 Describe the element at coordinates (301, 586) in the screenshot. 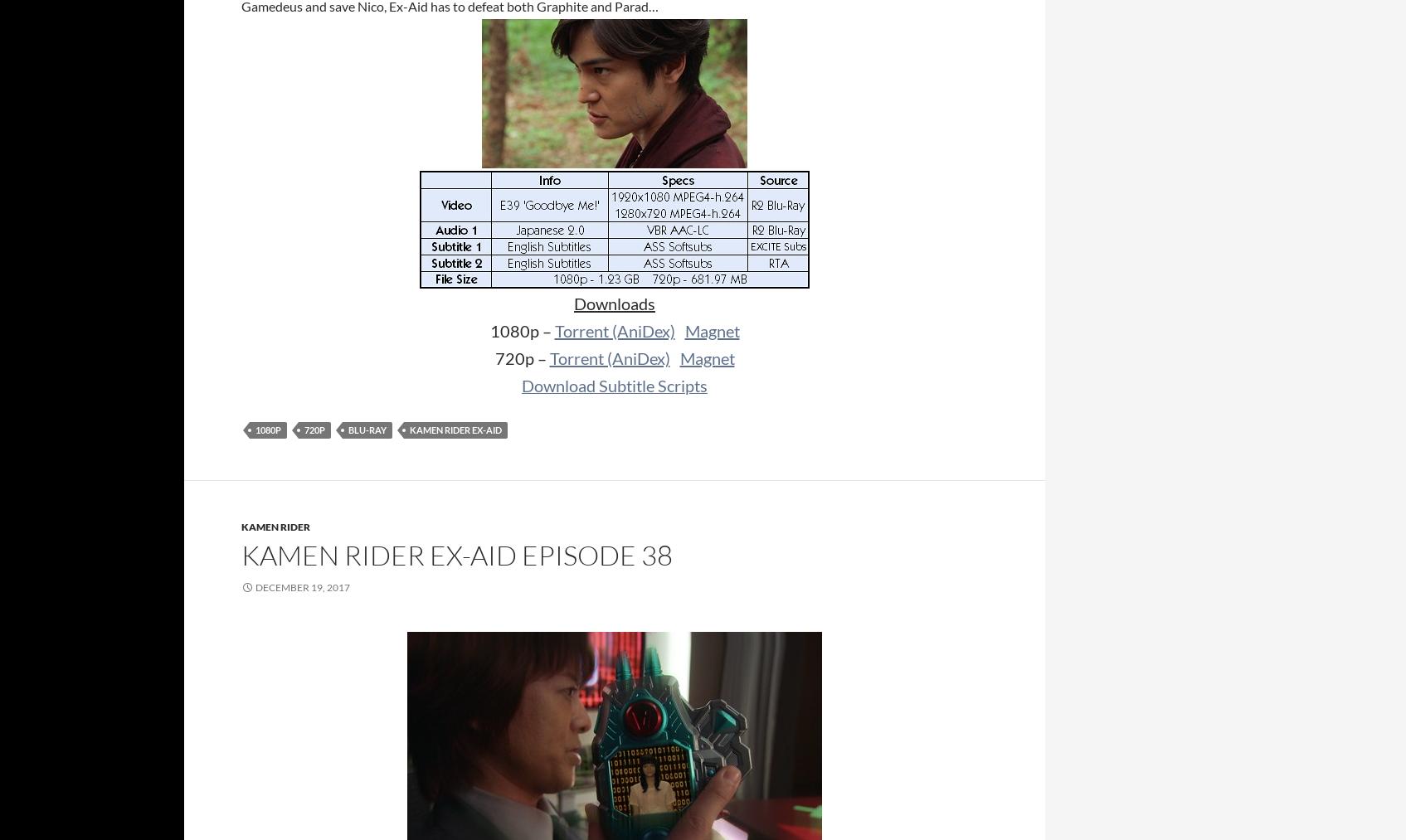

I see `'December 19, 2017'` at that location.